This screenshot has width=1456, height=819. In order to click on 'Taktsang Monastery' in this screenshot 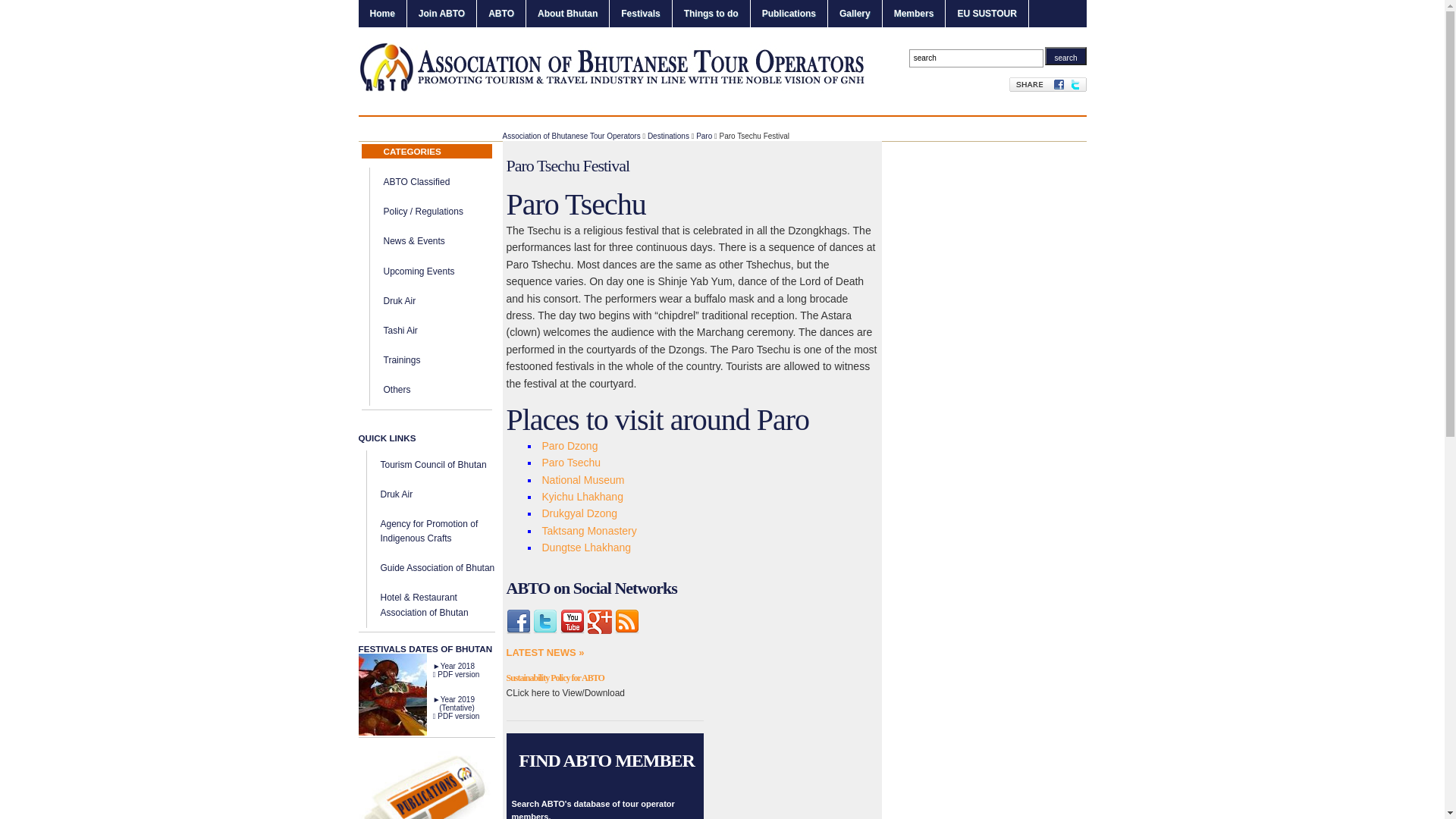, I will do `click(588, 529)`.